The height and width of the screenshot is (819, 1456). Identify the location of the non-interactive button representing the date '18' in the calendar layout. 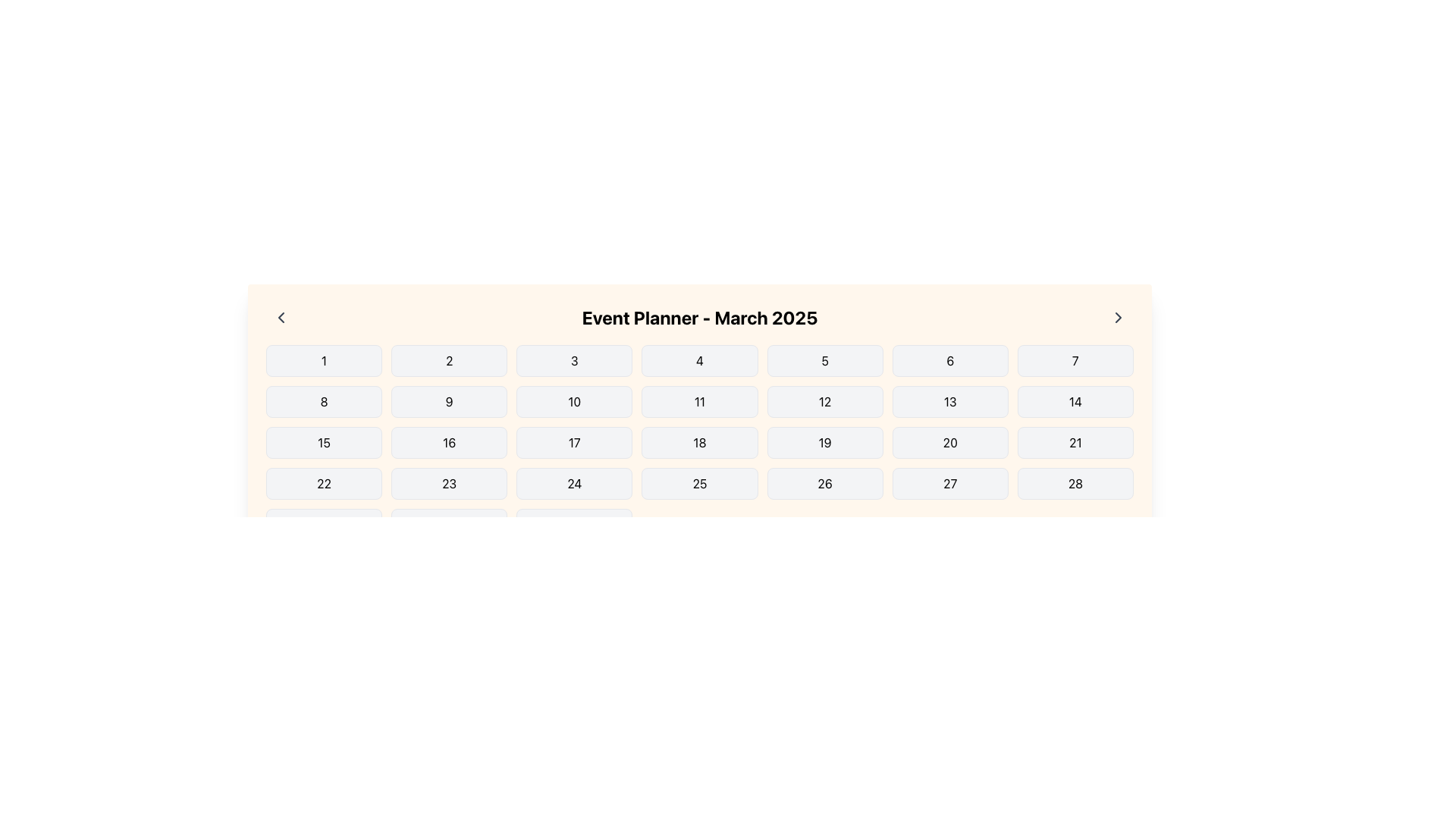
(698, 442).